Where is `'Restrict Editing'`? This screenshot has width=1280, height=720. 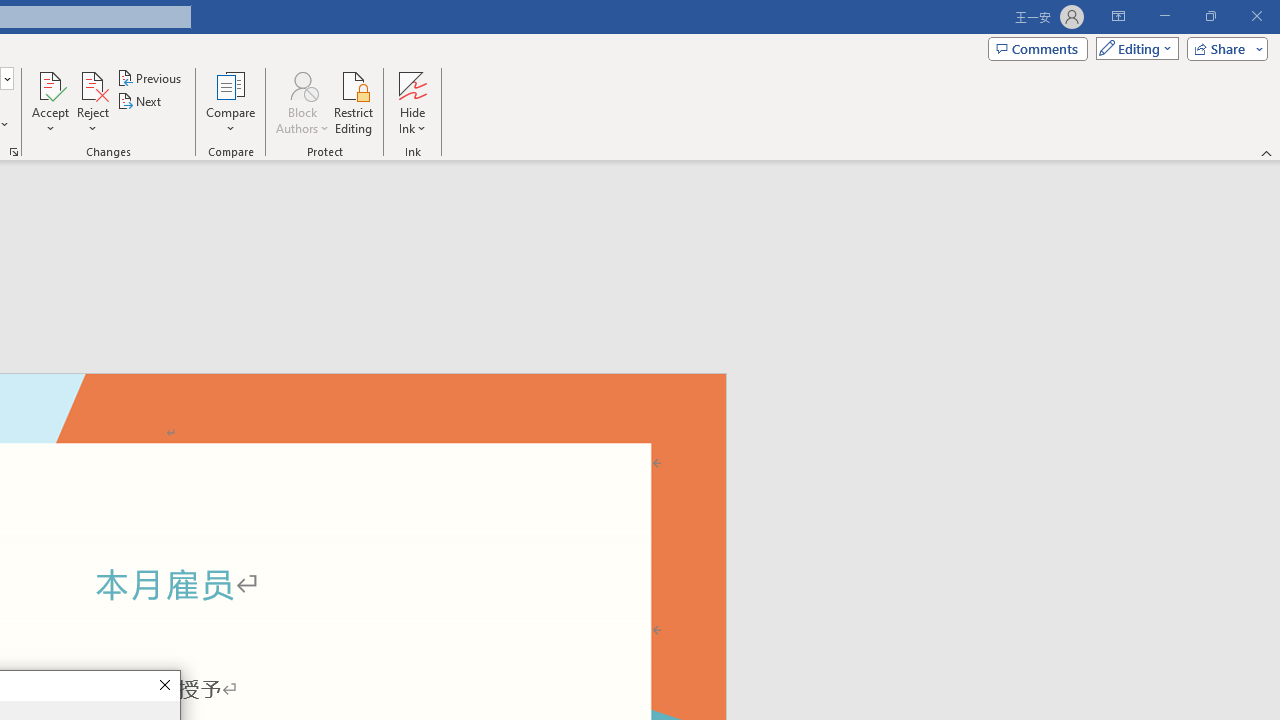
'Restrict Editing' is located at coordinates (353, 103).